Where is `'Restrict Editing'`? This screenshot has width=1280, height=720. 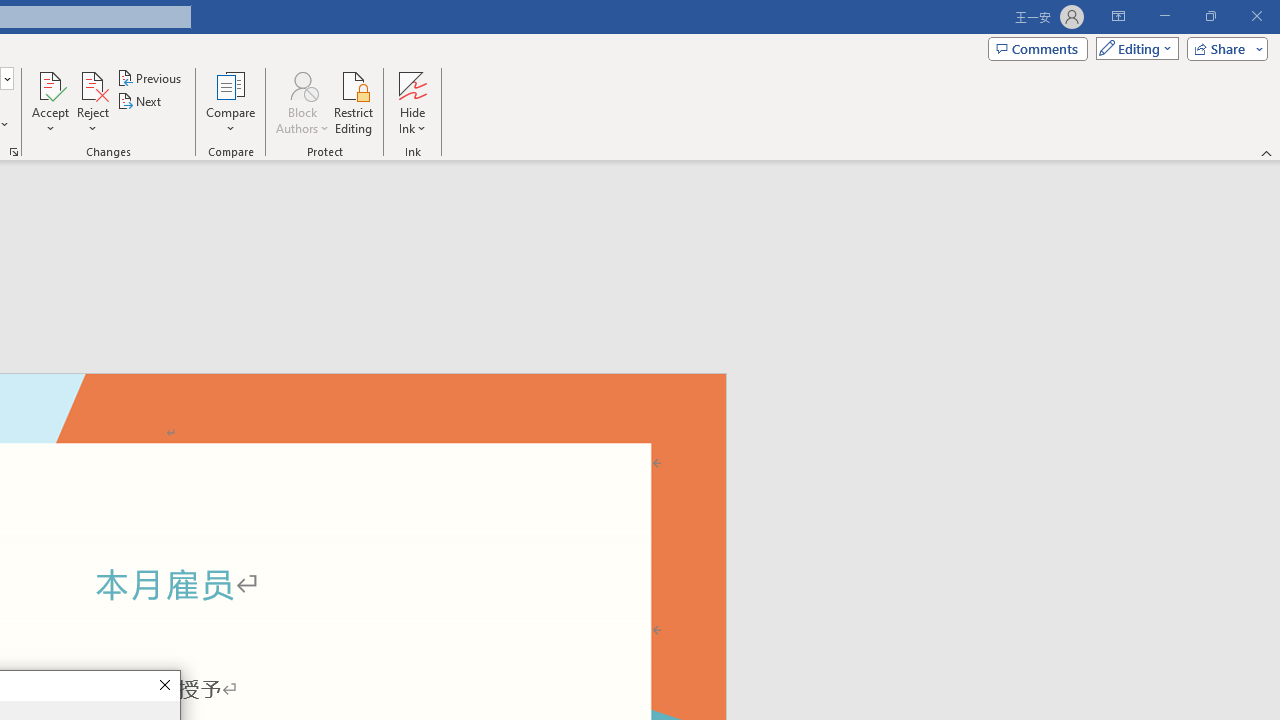
'Restrict Editing' is located at coordinates (353, 103).